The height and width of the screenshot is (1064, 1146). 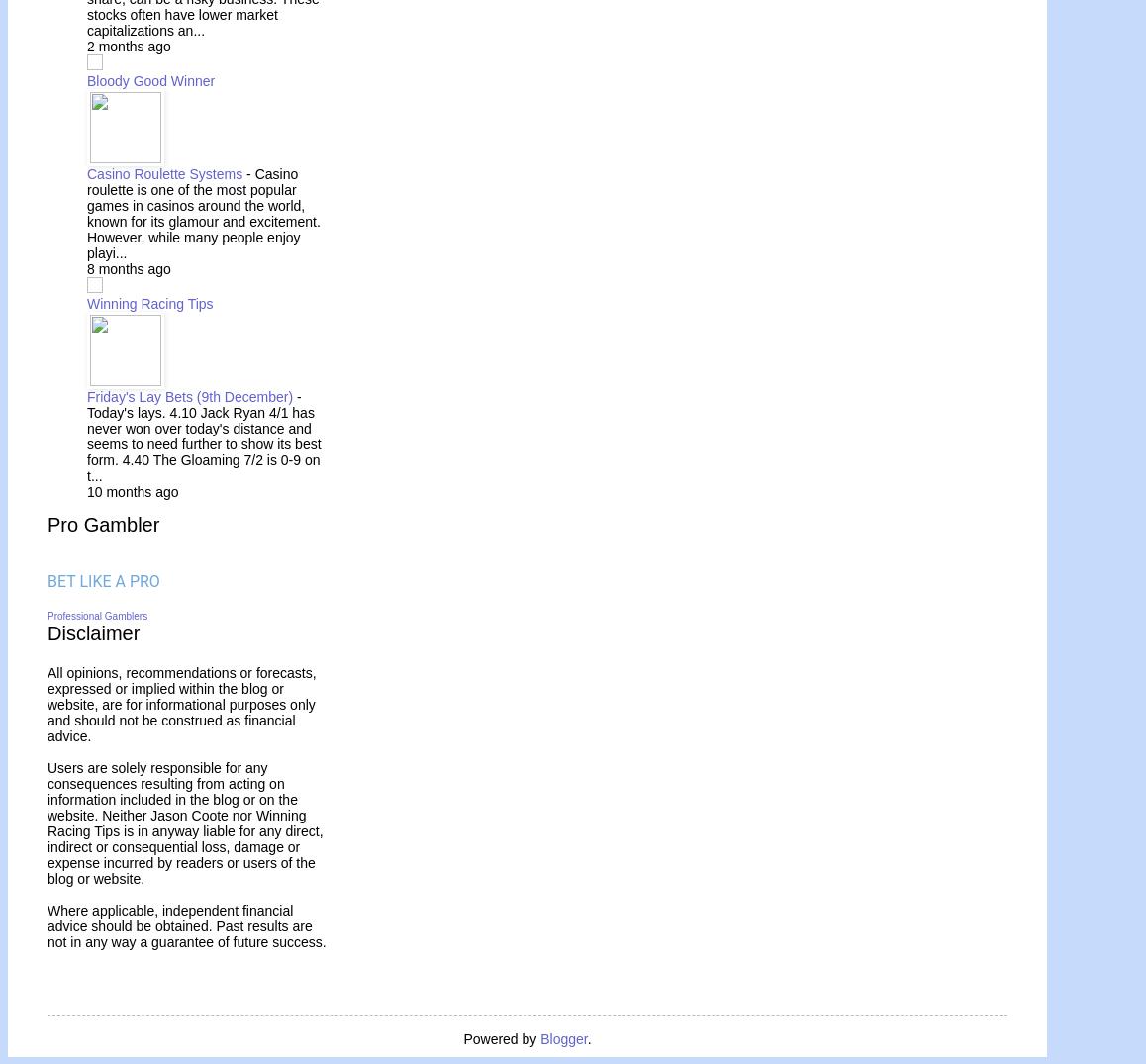 I want to click on 'B', so click(x=47, y=580).